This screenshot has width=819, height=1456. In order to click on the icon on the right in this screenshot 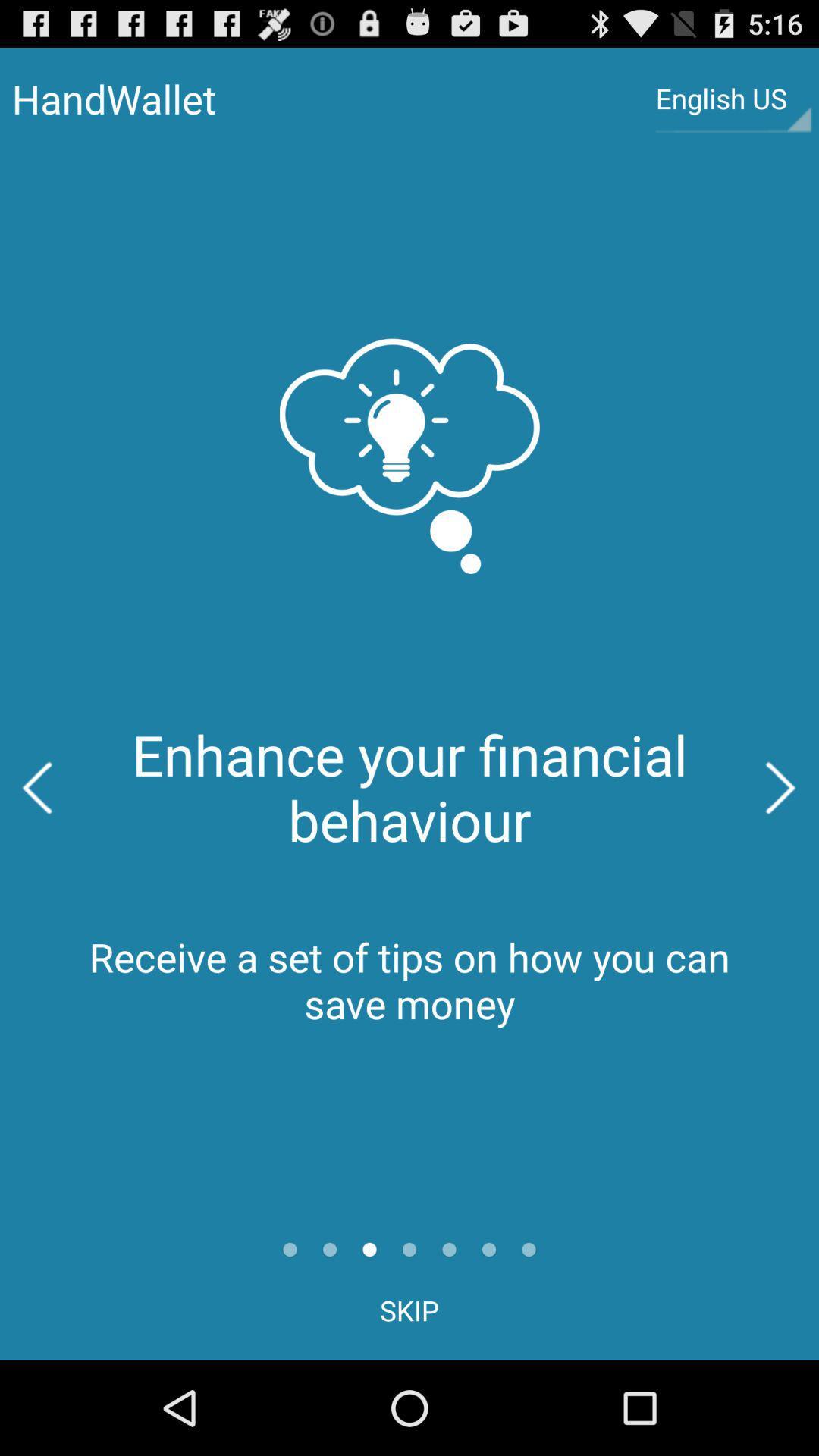, I will do `click(781, 788)`.